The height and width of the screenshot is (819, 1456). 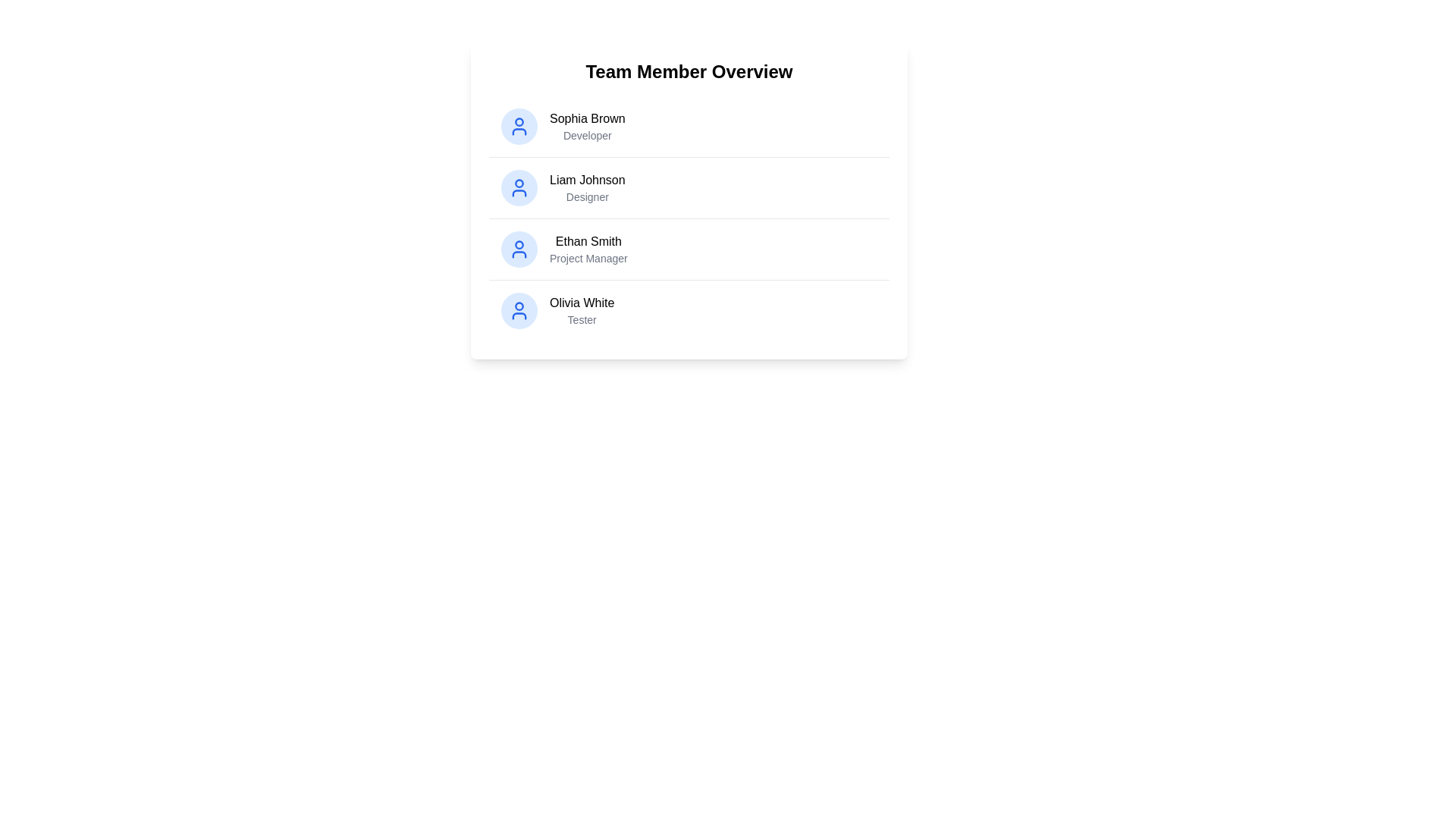 What do you see at coordinates (519, 187) in the screenshot?
I see `the circular avatar icon with a light blue background and a blue user silhouette, located to the left of the text 'Liam Johnson Designer'` at bounding box center [519, 187].